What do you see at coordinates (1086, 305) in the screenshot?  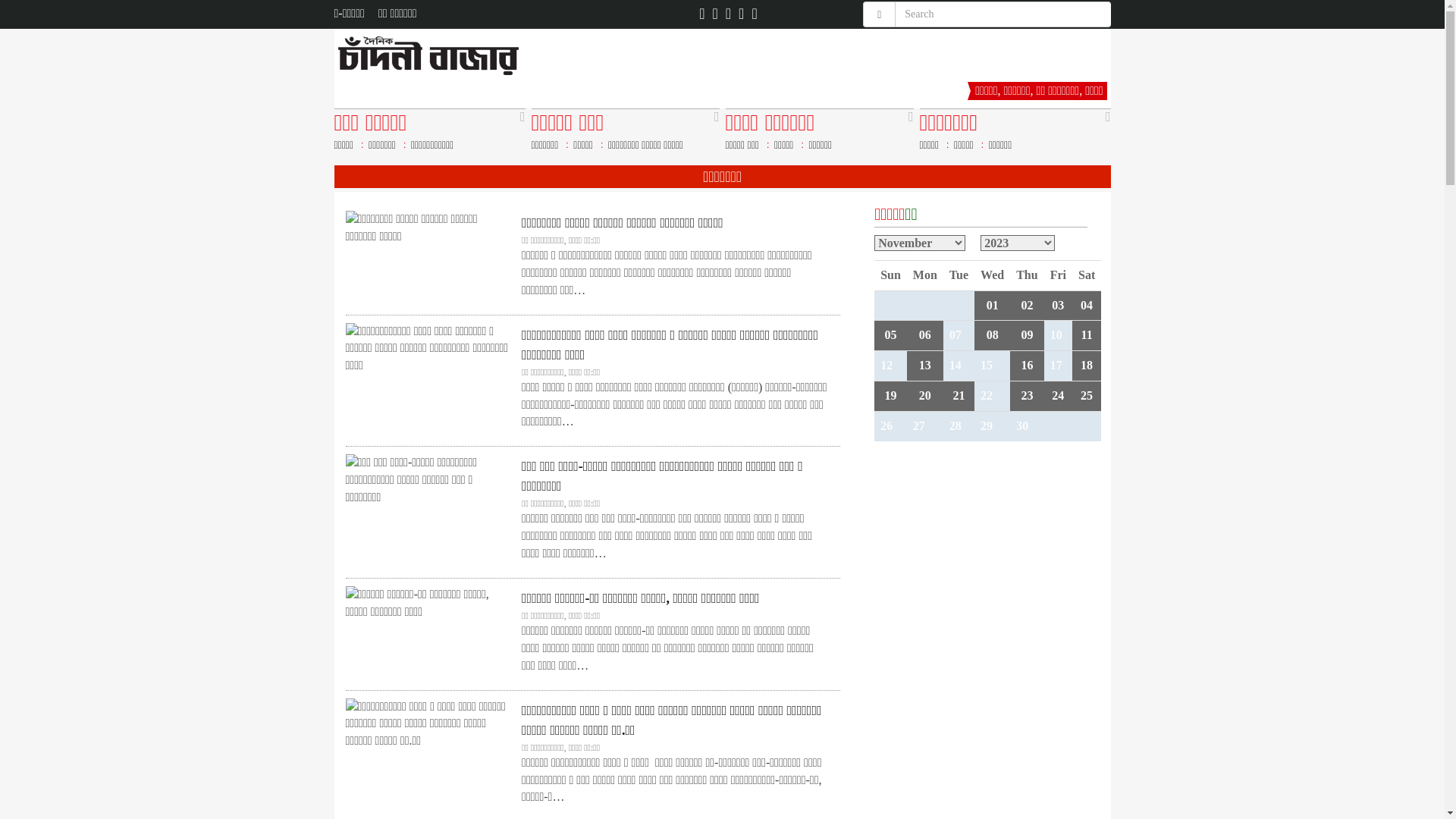 I see `'04'` at bounding box center [1086, 305].